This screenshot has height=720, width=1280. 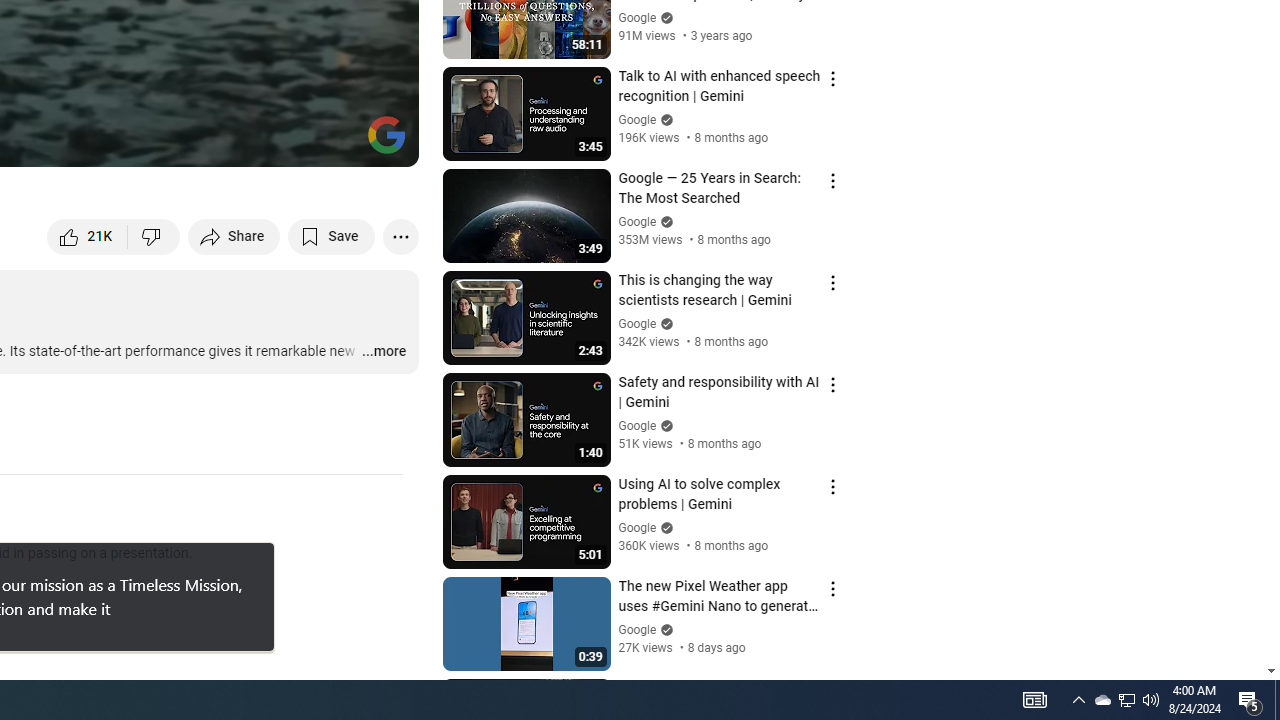 What do you see at coordinates (664, 628) in the screenshot?
I see `'Verified'` at bounding box center [664, 628].